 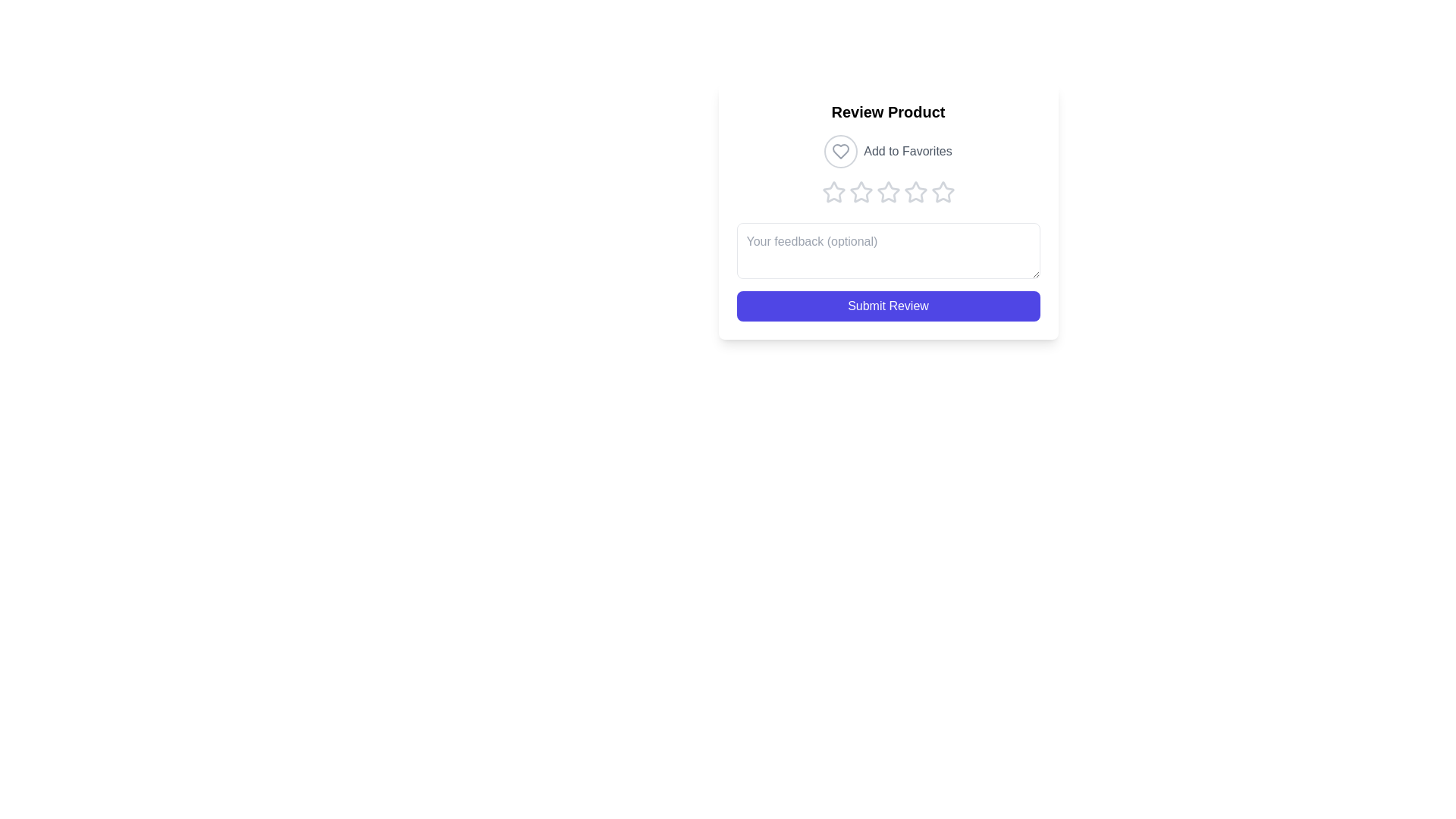 I want to click on the fourth star icon in the star rating system, which is hollow and light gray, so click(x=915, y=192).